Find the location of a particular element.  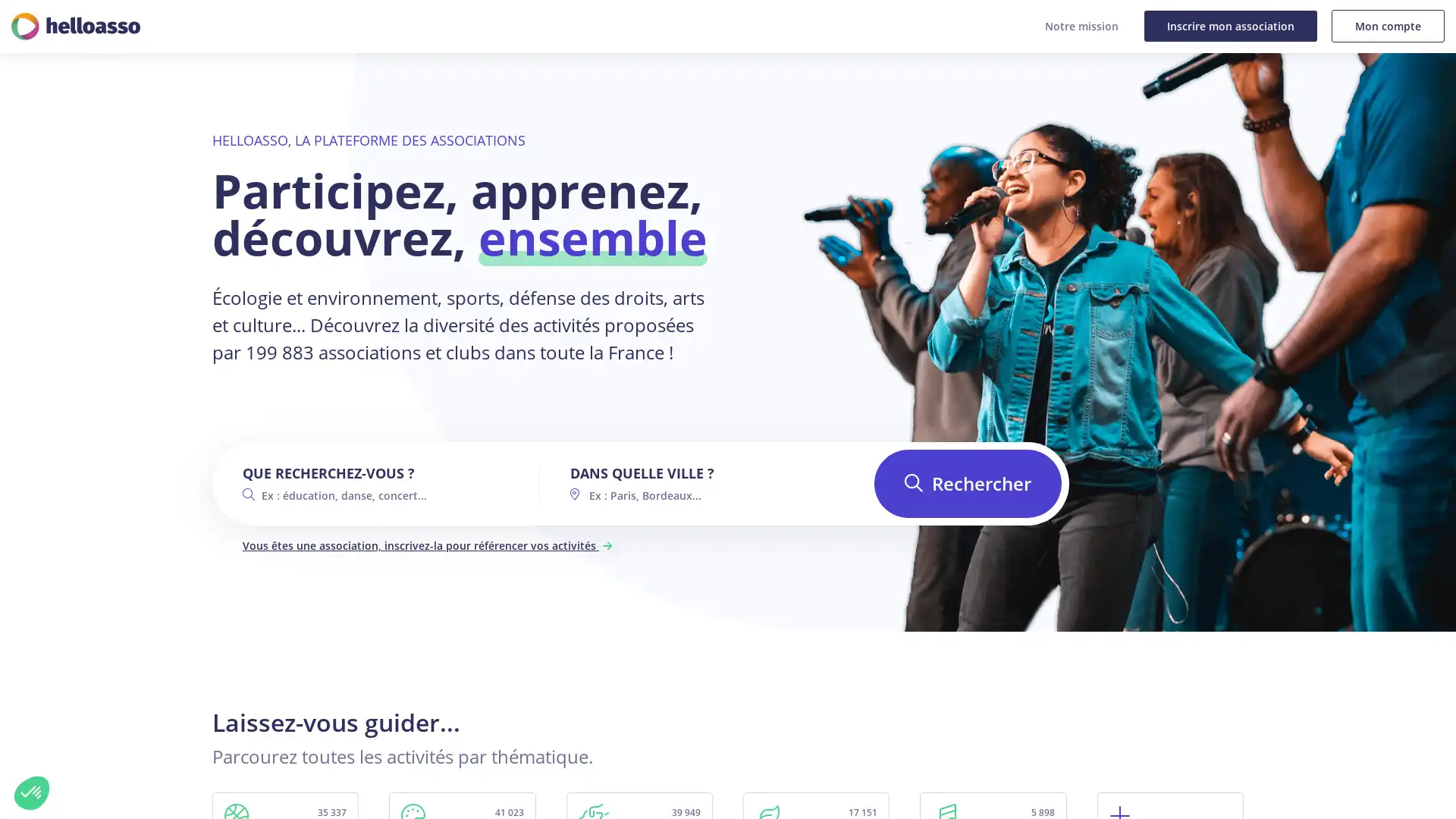

Tout accepter is located at coordinates (280, 742).